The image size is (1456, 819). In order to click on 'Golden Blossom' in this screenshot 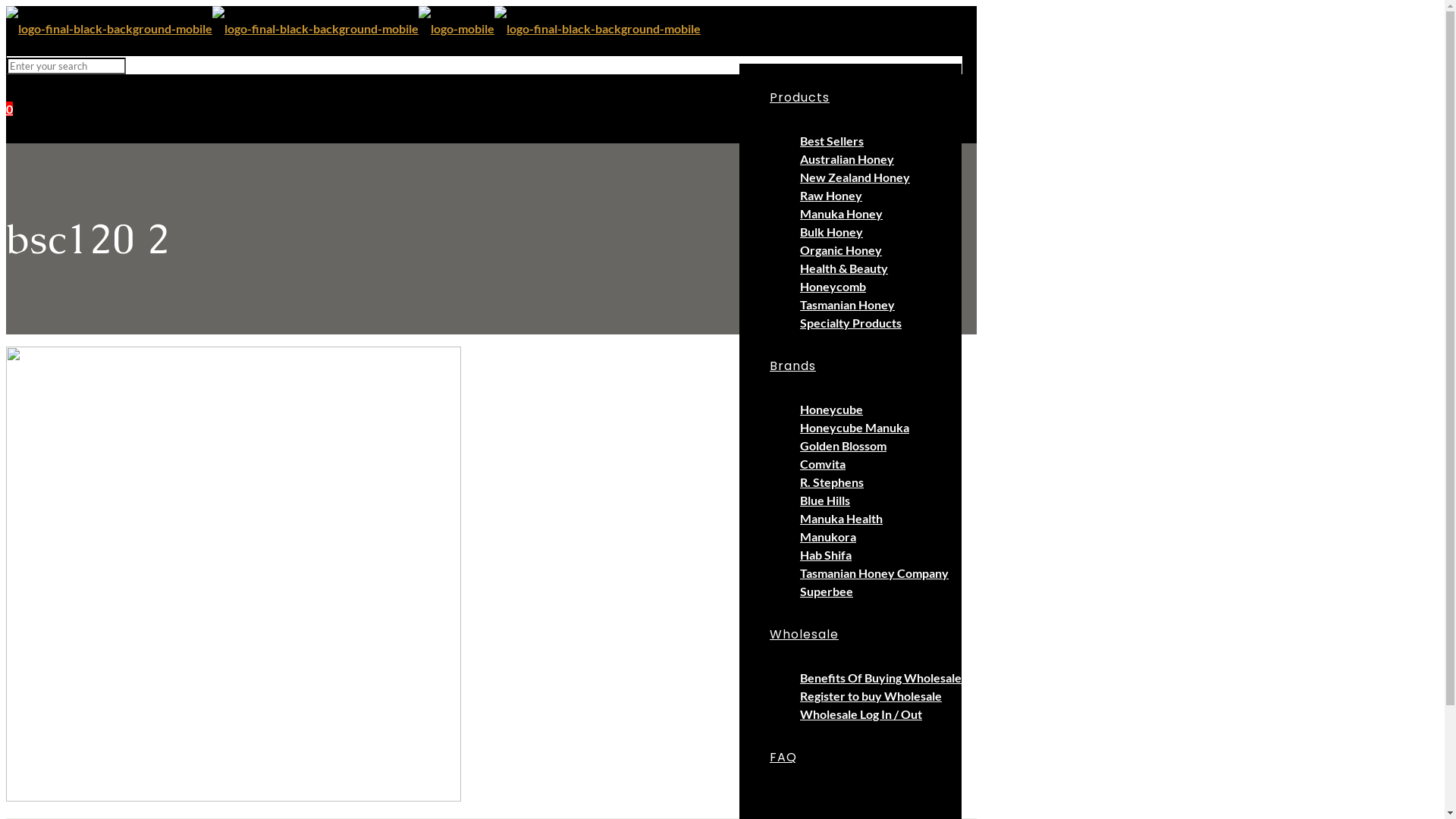, I will do `click(843, 444)`.